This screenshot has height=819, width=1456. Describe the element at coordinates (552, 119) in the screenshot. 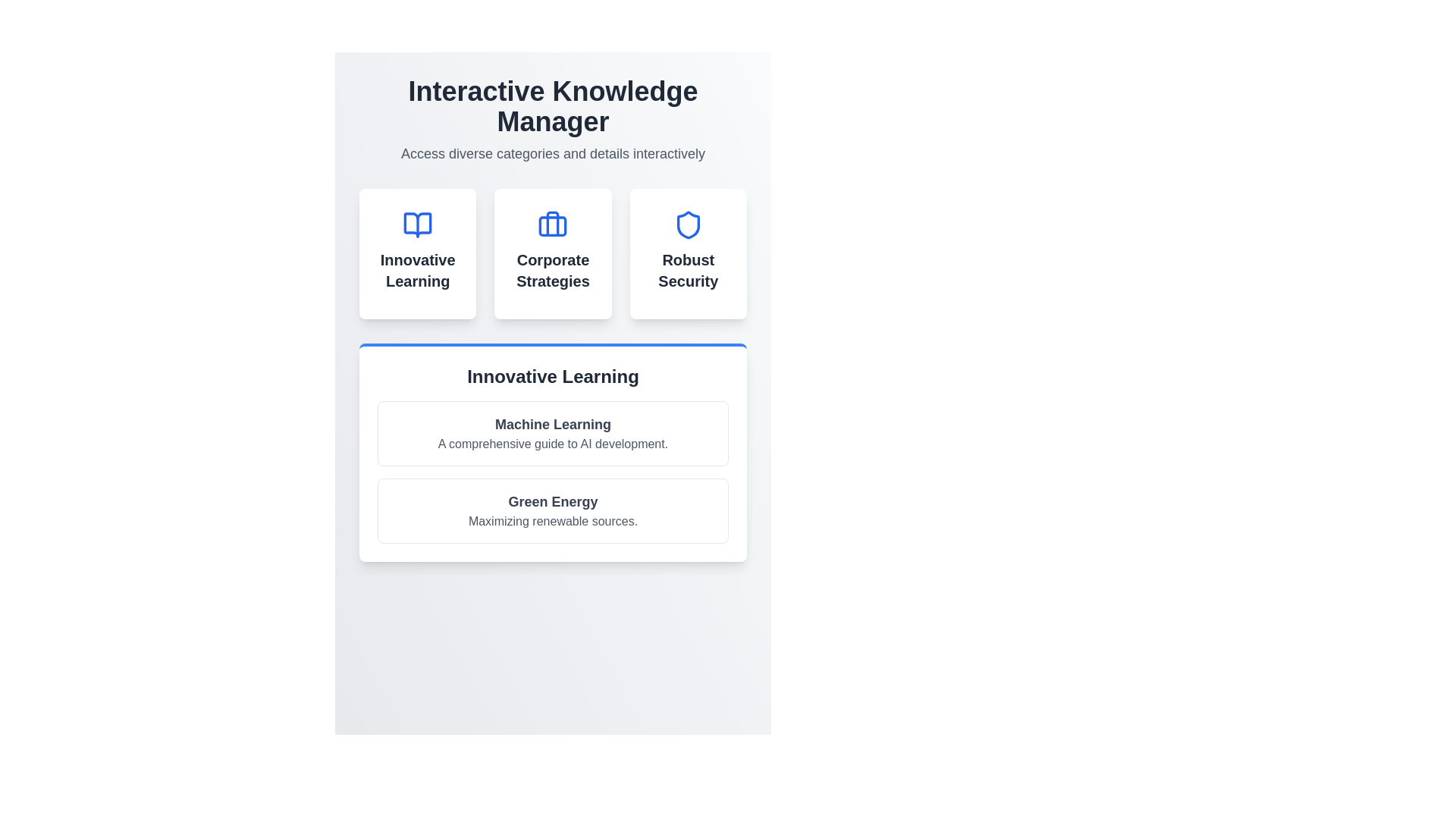

I see `the header text block that provides a concise summary of the application's purpose, located at the top of the interface above the cards labeled 'Innovative Learning', 'Corporate Strategies', and 'Robust Security'` at that location.